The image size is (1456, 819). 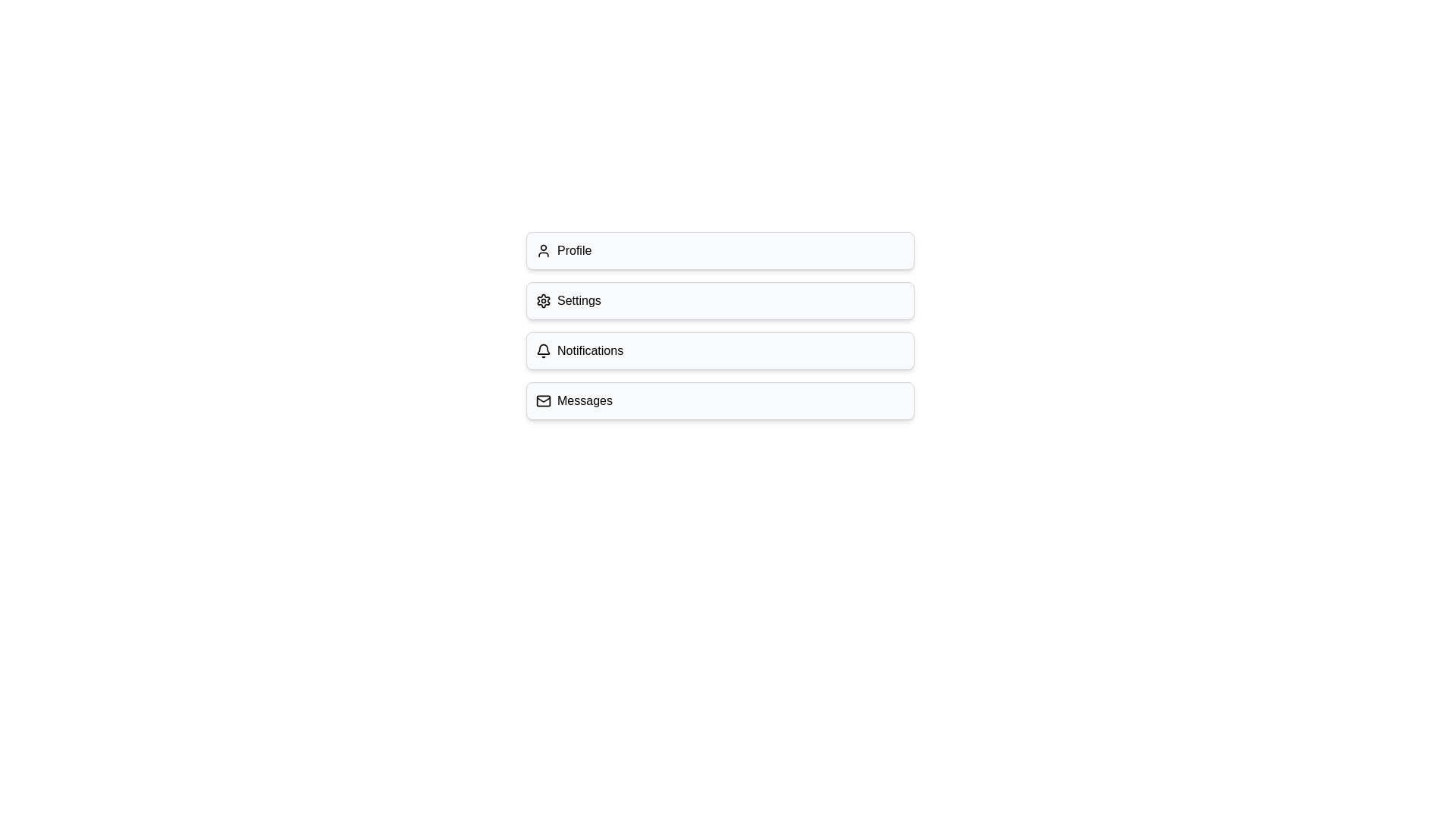 I want to click on the Profile option to observe its visual feedback, so click(x=720, y=250).